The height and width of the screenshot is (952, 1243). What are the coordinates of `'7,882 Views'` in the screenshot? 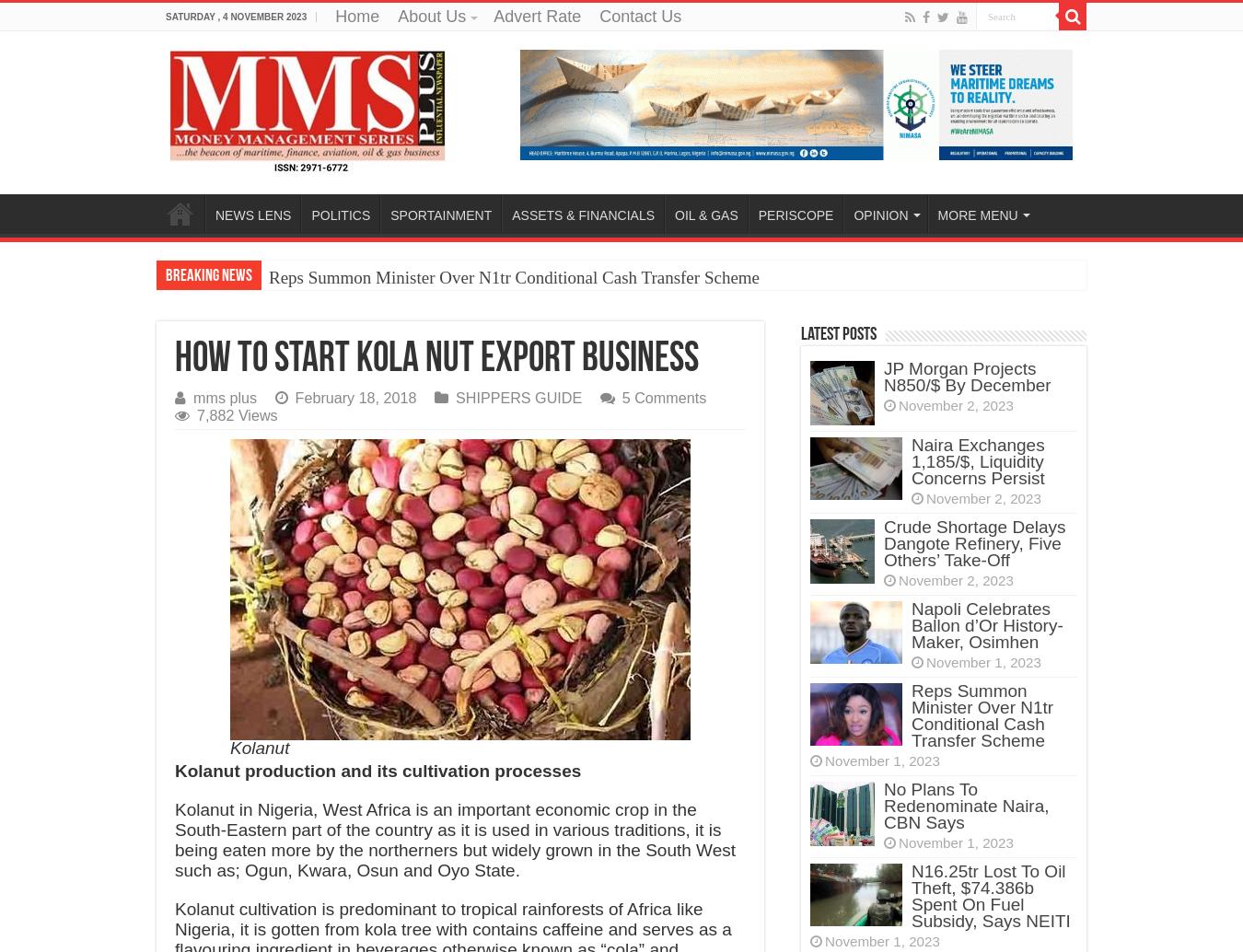 It's located at (236, 414).